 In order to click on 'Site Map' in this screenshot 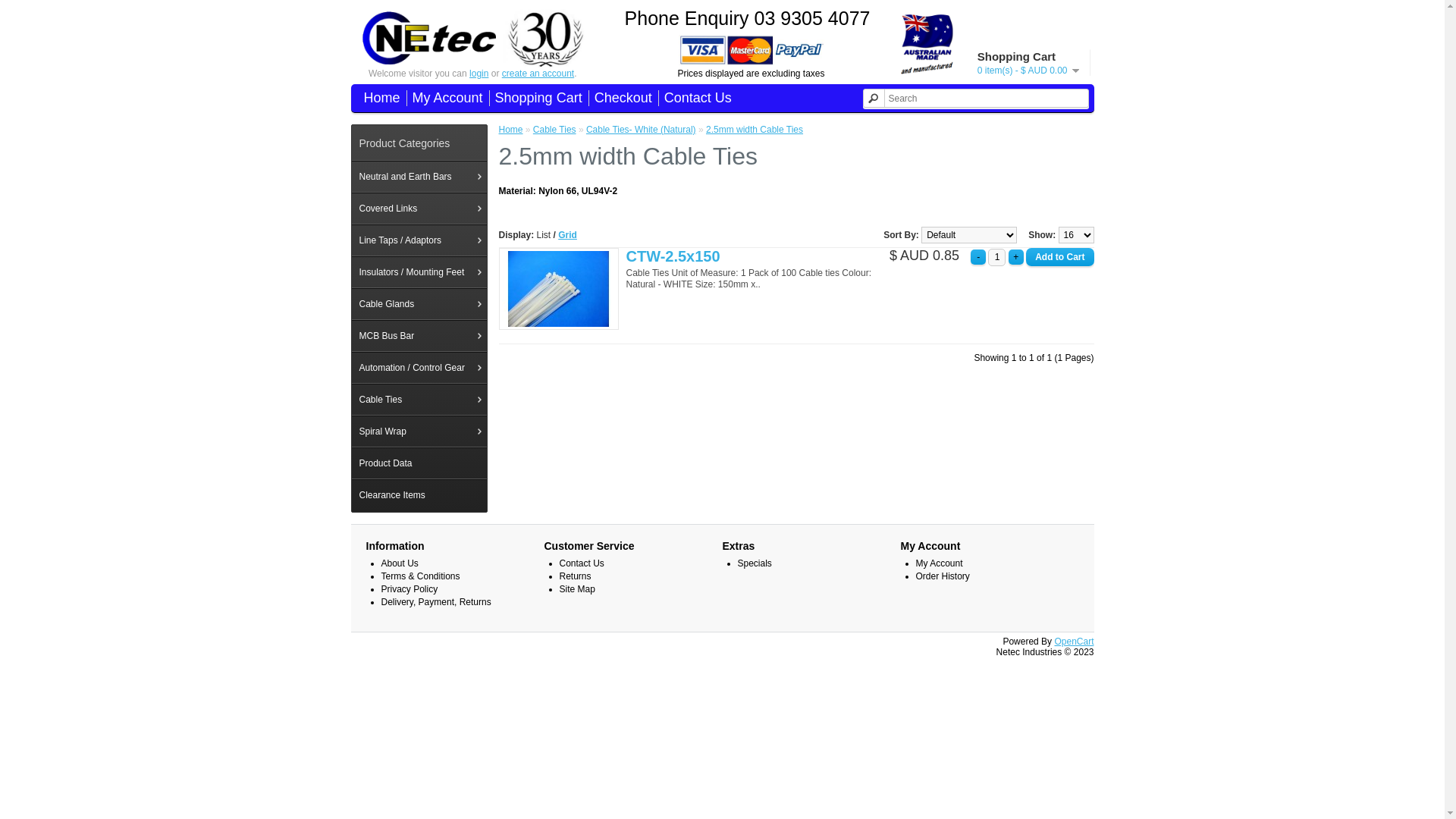, I will do `click(559, 588)`.